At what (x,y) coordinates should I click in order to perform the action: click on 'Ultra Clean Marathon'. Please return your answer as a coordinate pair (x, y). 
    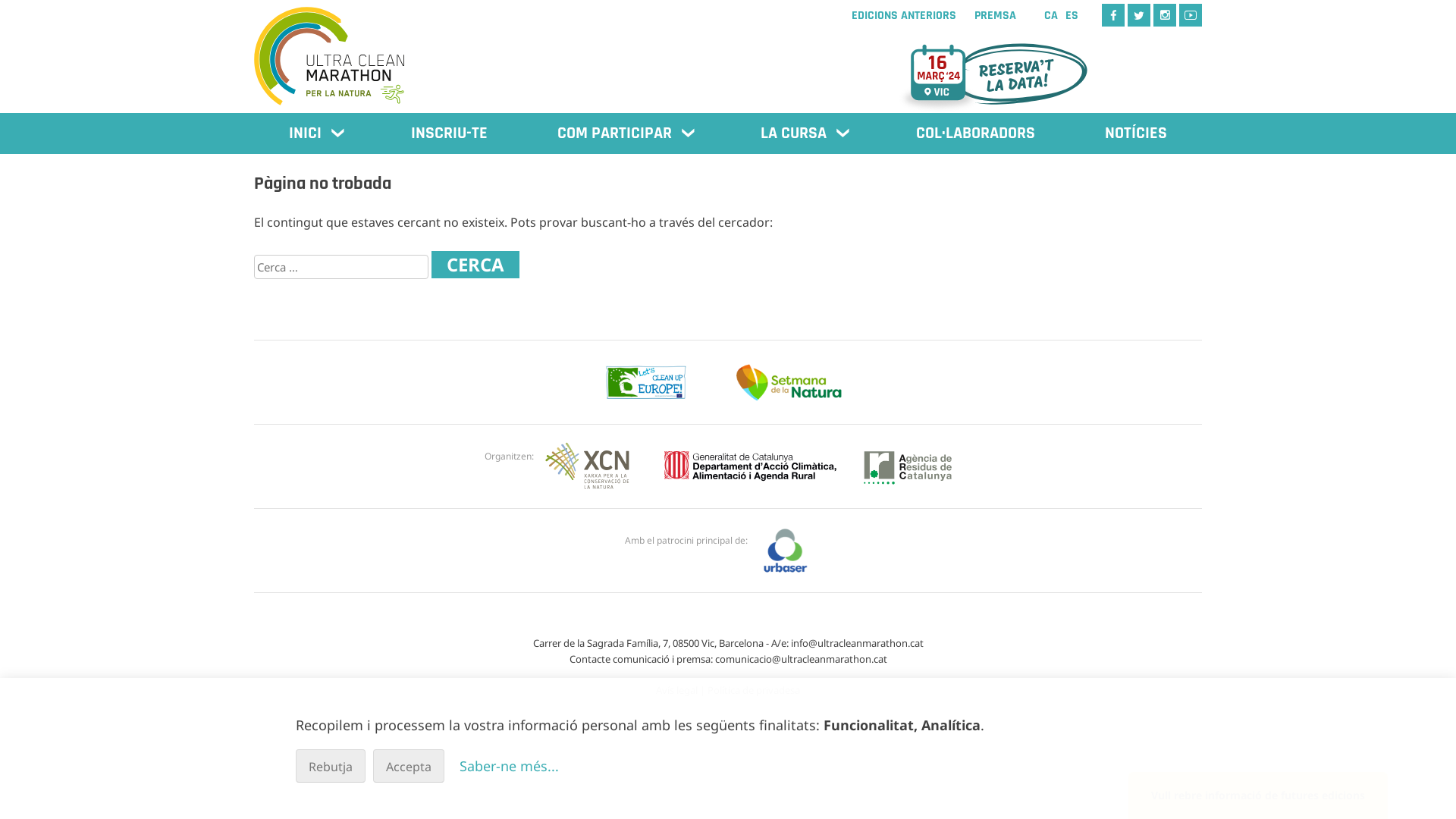
    Looking at the image, I should click on (254, 48).